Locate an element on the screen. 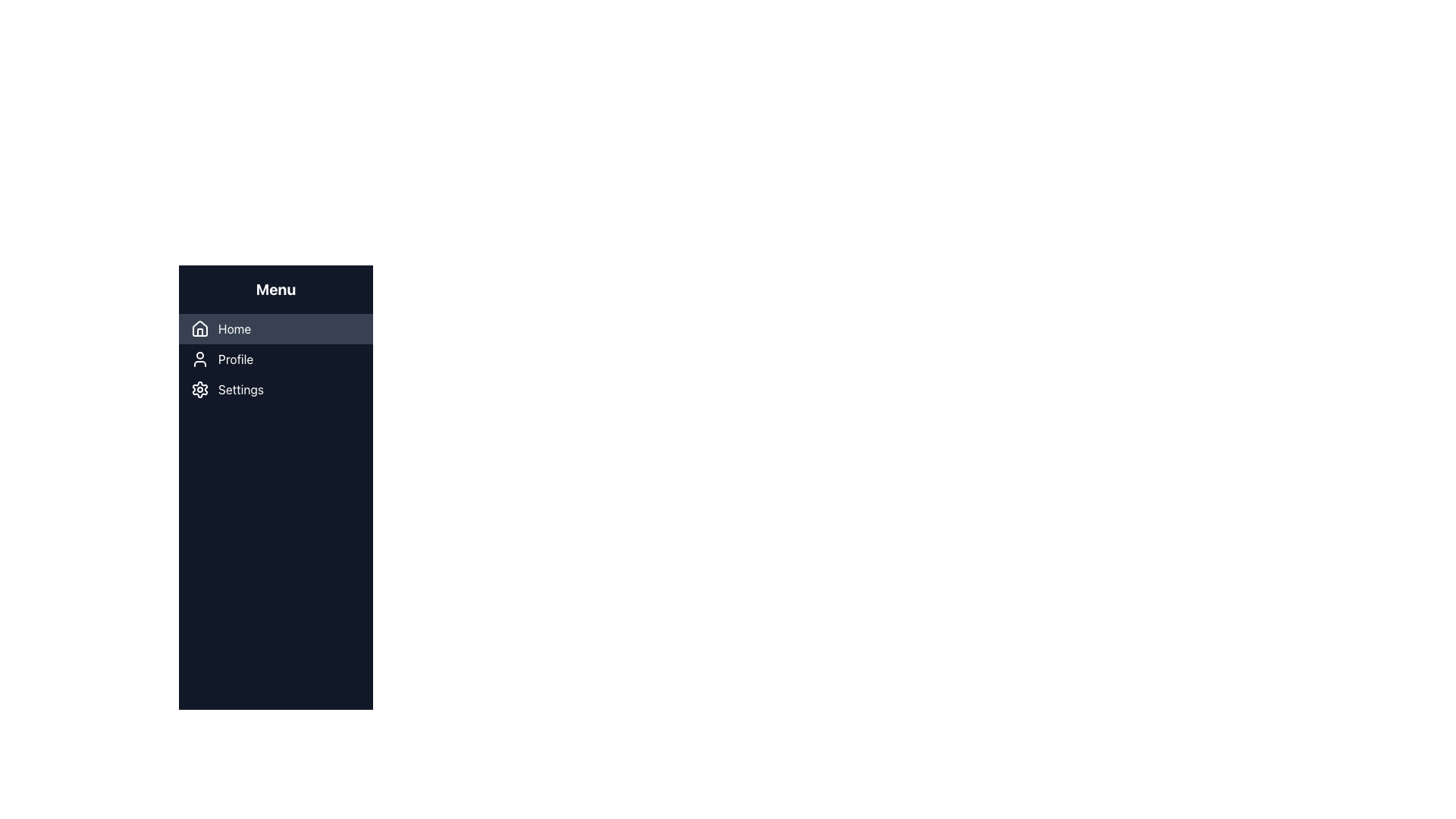 This screenshot has height=819, width=1456. the 'Profile' text label, which is the second menu item in the application menu is located at coordinates (235, 359).